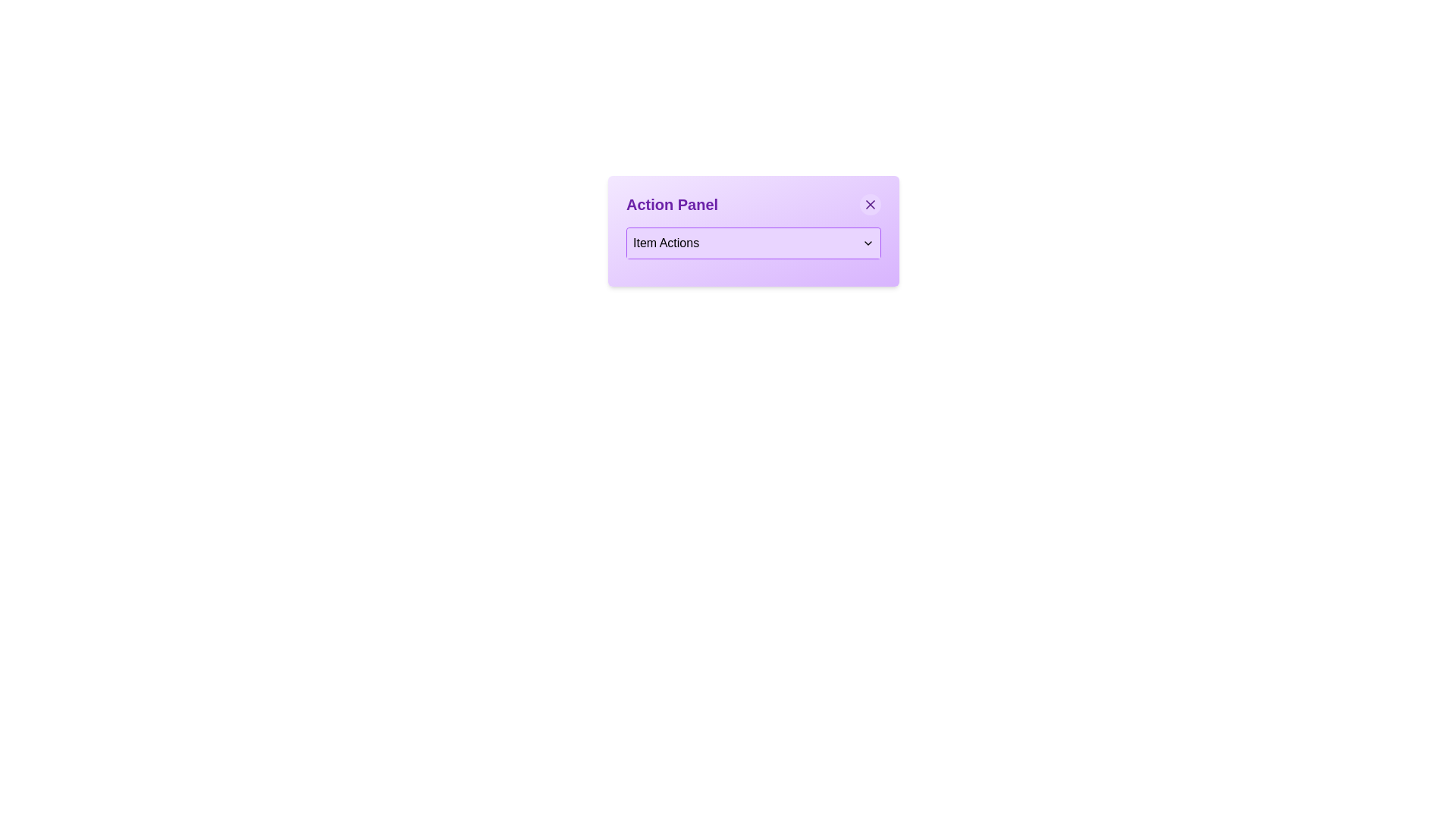  Describe the element at coordinates (870, 205) in the screenshot. I see `the circular button with a light purple background and 'X' icon in dark purple at the top-right corner of the Action Panel` at that location.